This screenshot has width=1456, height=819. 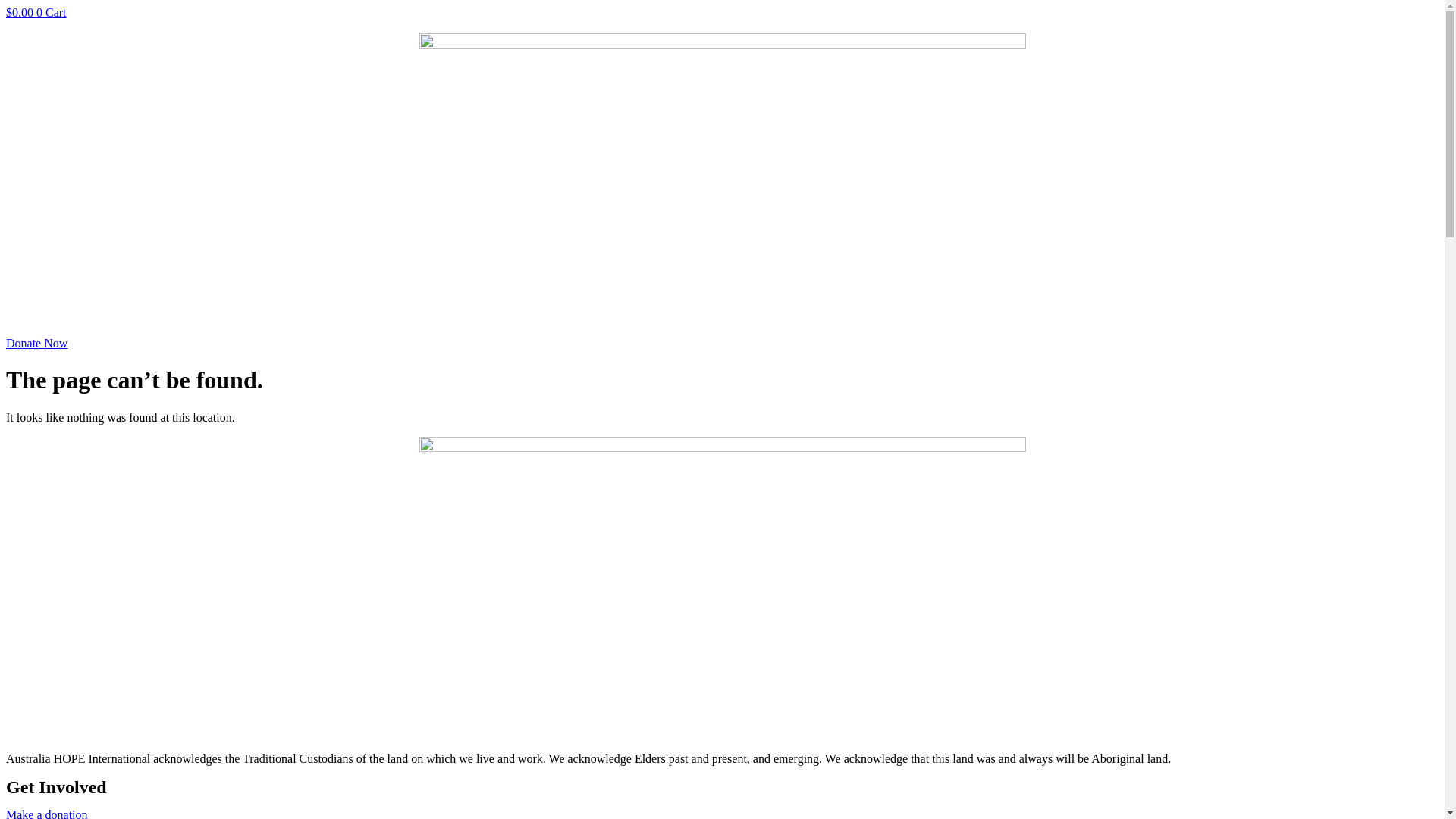 I want to click on '$0.00 0 Cart', so click(x=6, y=12).